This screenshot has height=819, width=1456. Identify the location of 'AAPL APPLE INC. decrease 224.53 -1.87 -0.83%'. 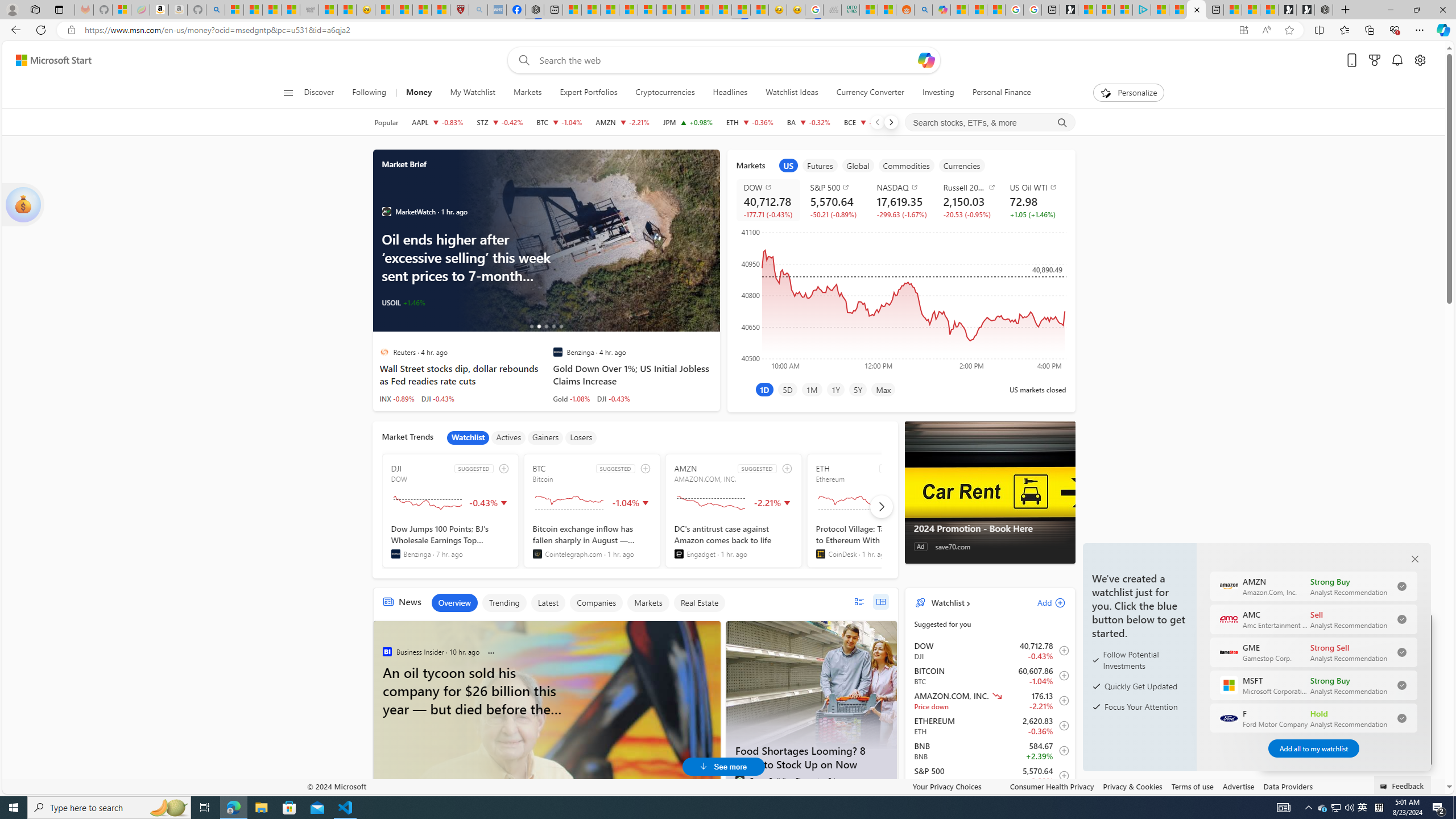
(437, 122).